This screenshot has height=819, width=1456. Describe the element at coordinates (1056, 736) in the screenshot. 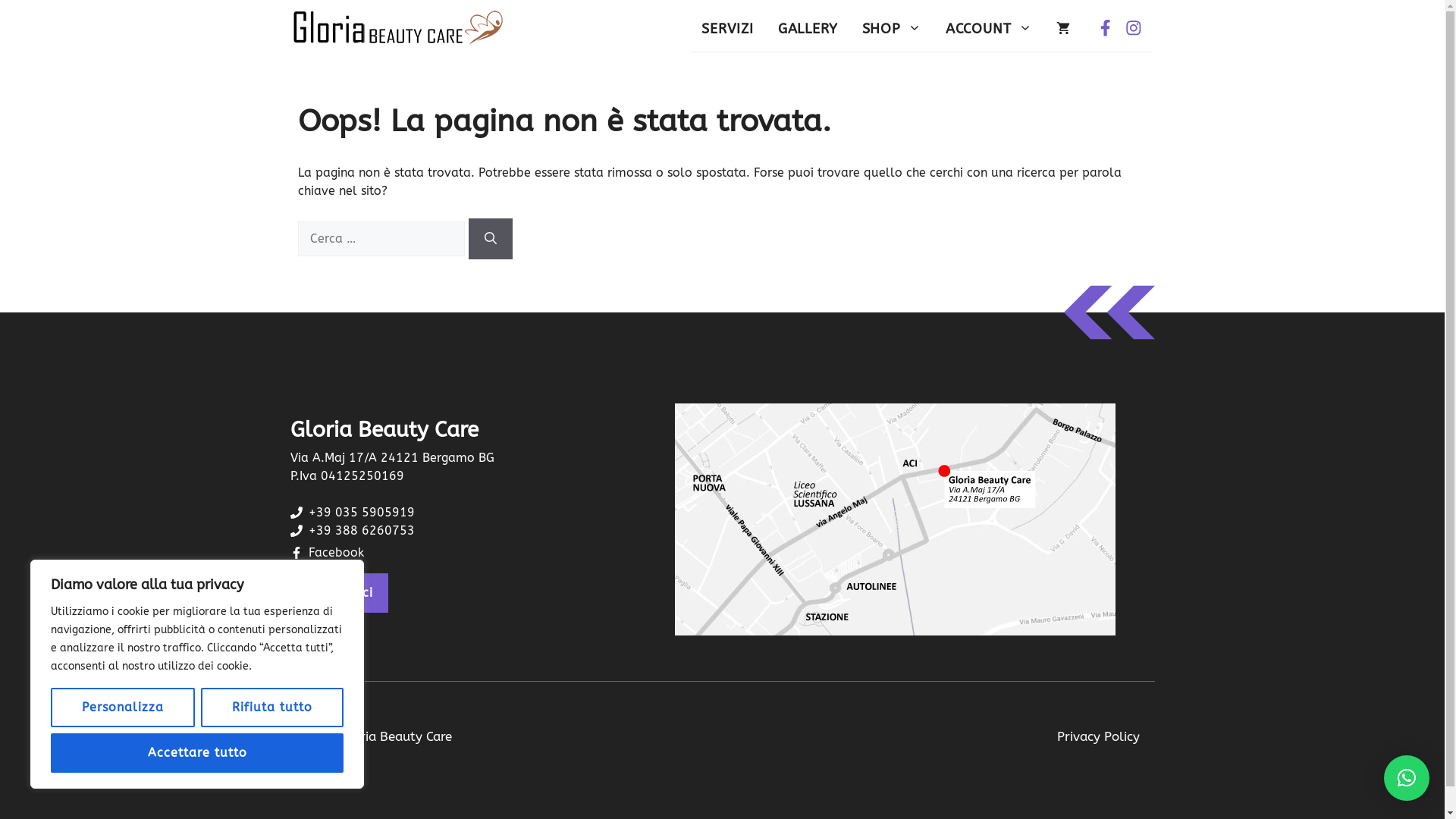

I see `'Privacy Policy'` at that location.